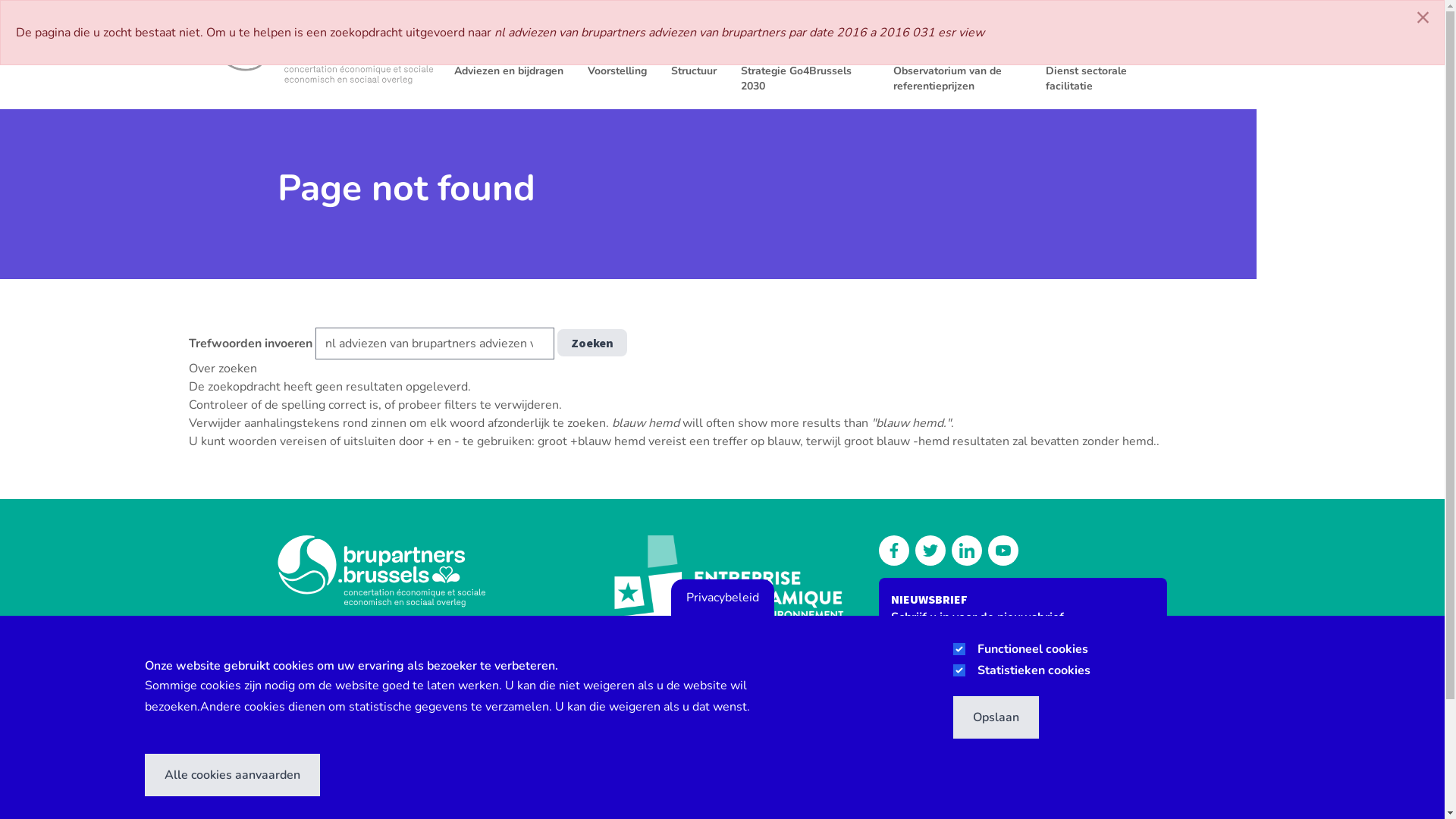  Describe the element at coordinates (231, 775) in the screenshot. I see `'Alle cookies aanvaarden'` at that location.